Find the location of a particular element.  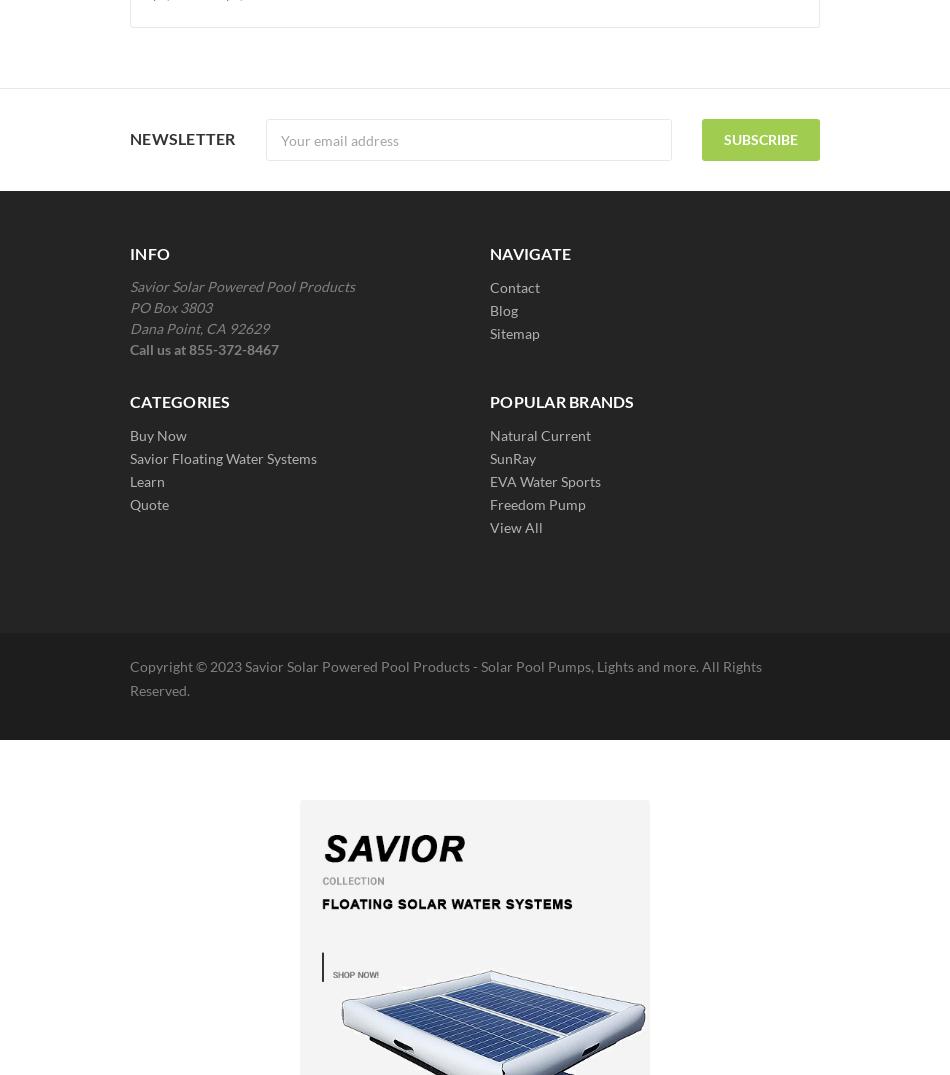

'Contact' is located at coordinates (514, 287).